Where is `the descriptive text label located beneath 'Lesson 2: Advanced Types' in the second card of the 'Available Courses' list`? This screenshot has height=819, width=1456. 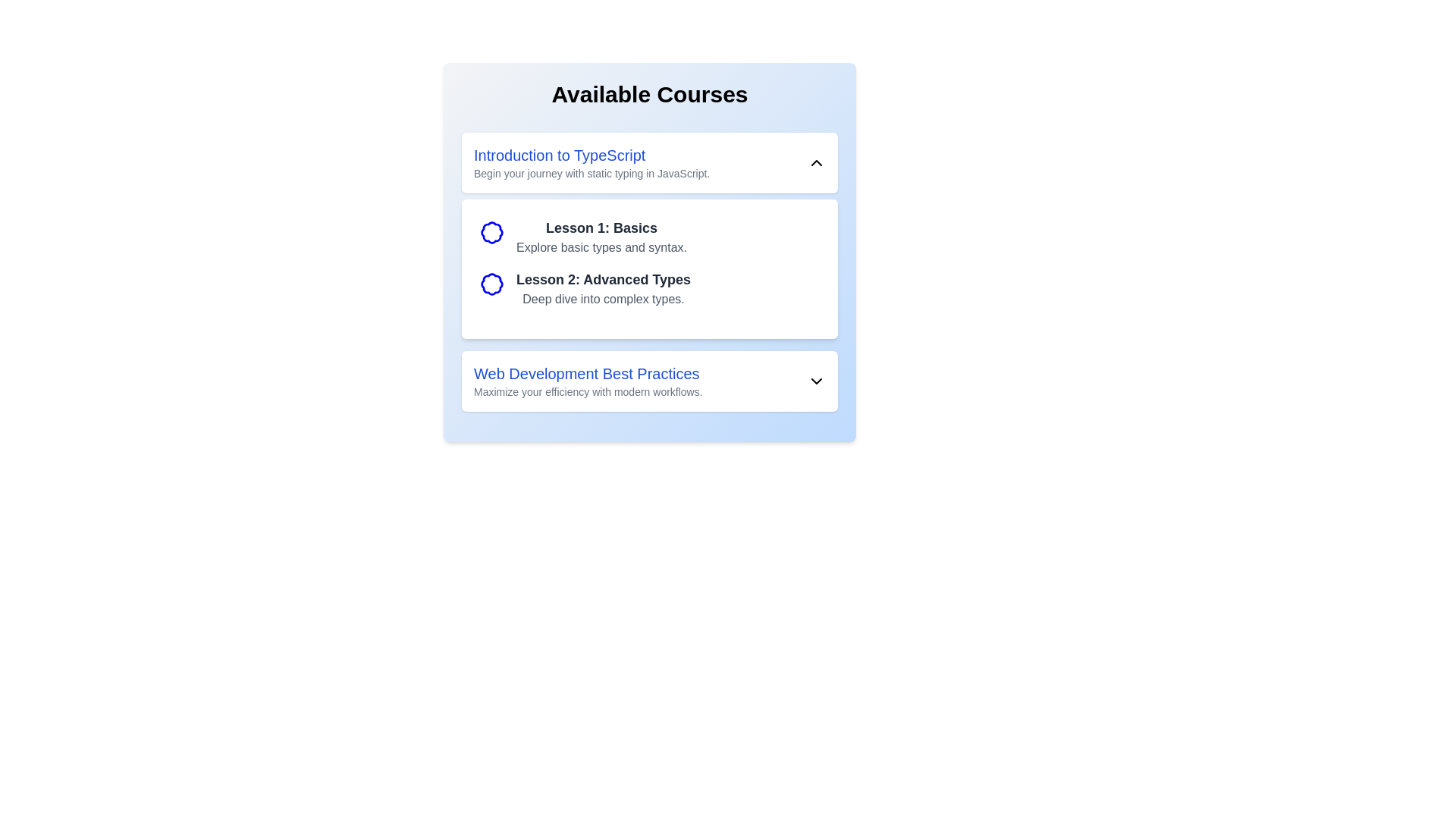 the descriptive text label located beneath 'Lesson 2: Advanced Types' in the second card of the 'Available Courses' list is located at coordinates (603, 299).